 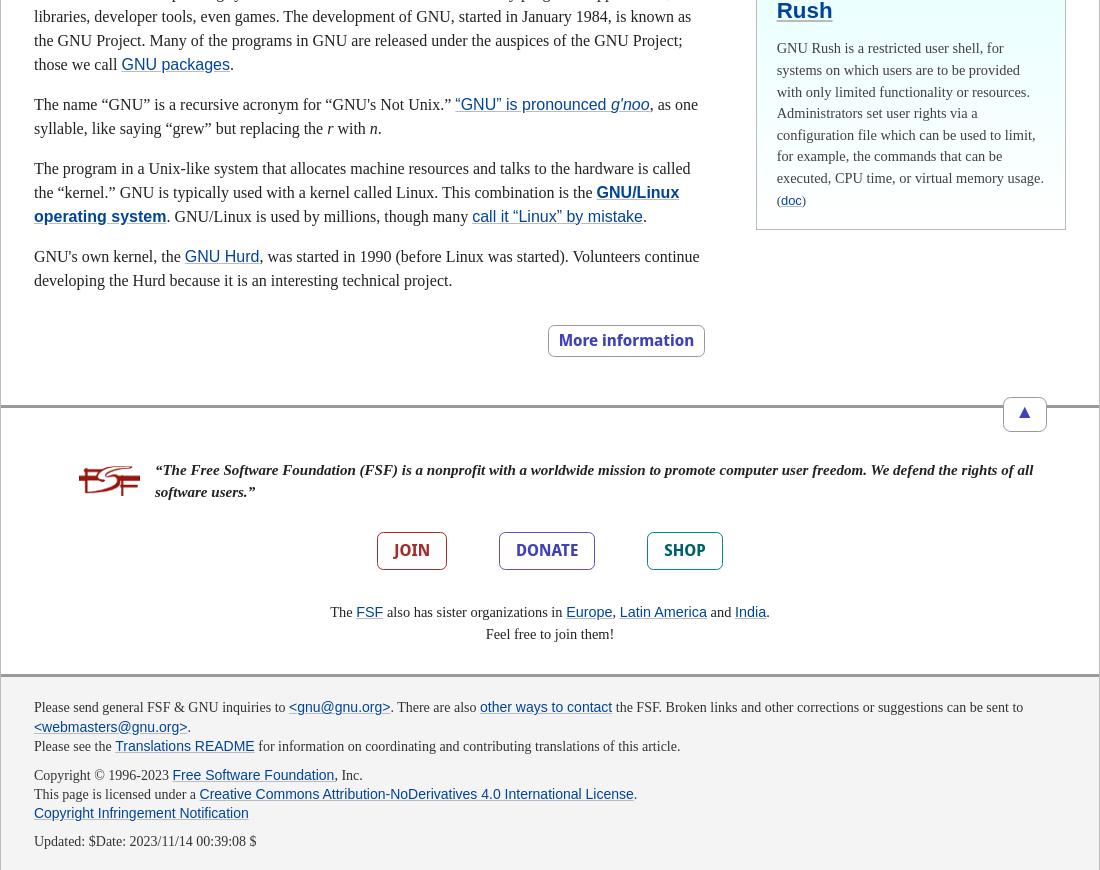 I want to click on 'SHOP', so click(x=684, y=549).